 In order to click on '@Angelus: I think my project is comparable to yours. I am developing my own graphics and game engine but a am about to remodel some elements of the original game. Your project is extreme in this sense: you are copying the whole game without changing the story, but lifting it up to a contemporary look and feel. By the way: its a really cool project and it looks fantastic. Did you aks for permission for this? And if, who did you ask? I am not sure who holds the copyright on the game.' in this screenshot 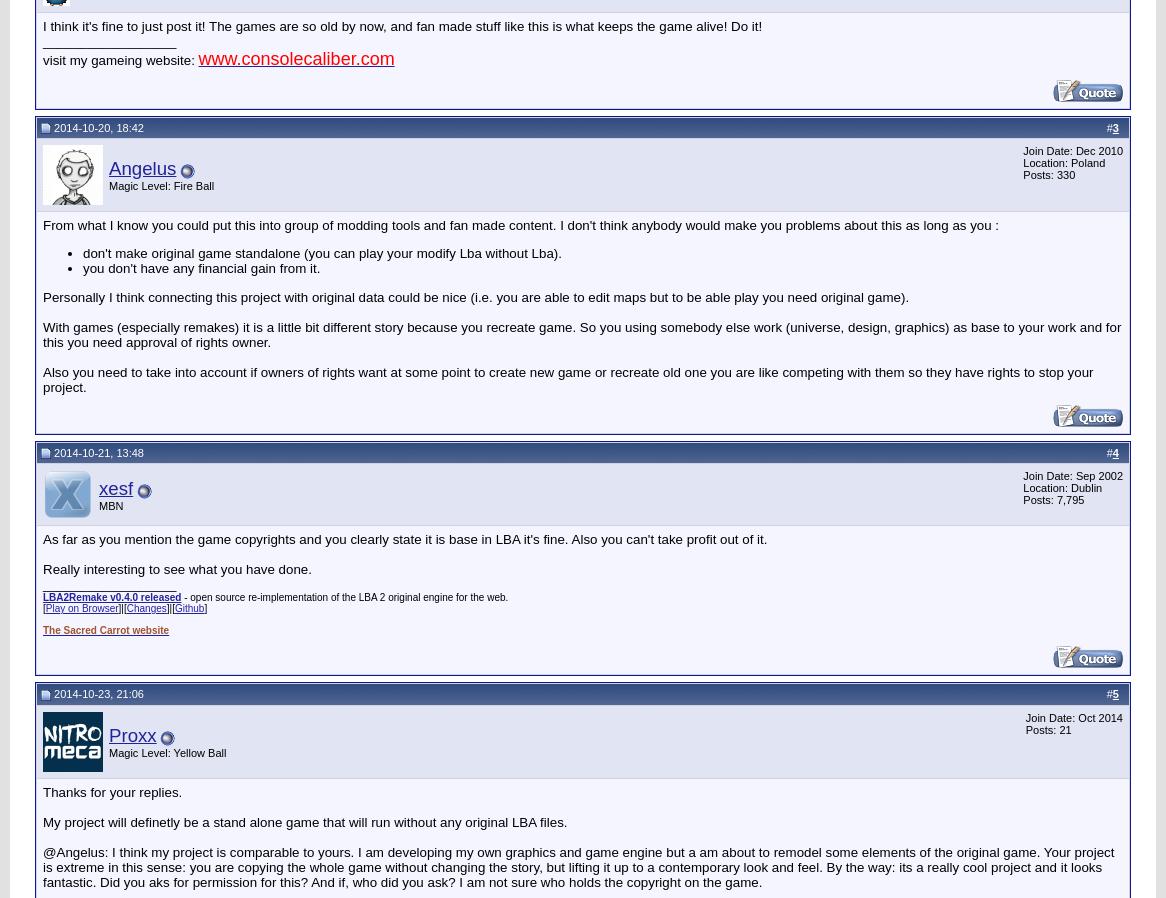, I will do `click(577, 866)`.